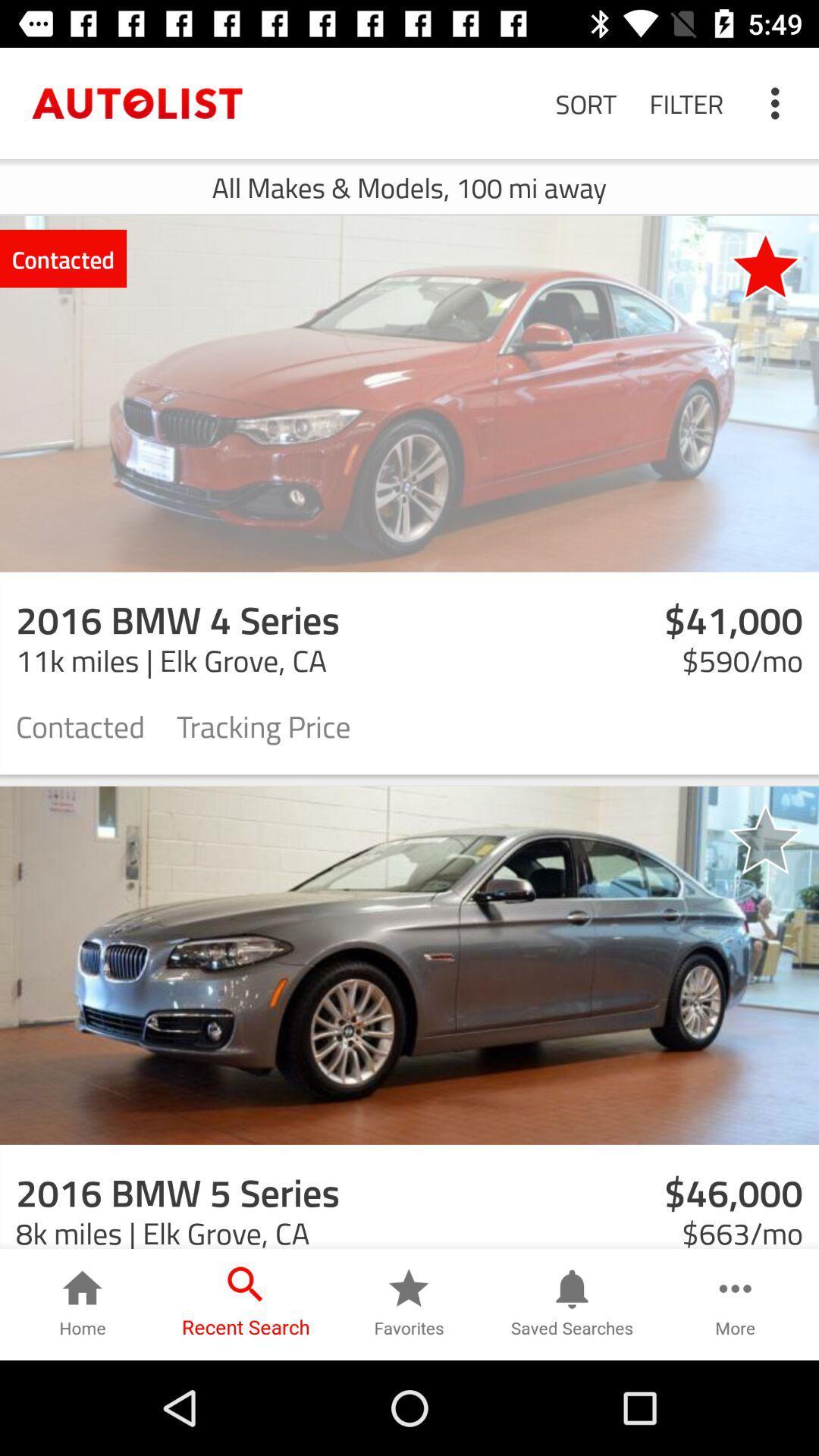 The width and height of the screenshot is (819, 1456). What do you see at coordinates (262, 724) in the screenshot?
I see `icon next to $590/mo icon` at bounding box center [262, 724].